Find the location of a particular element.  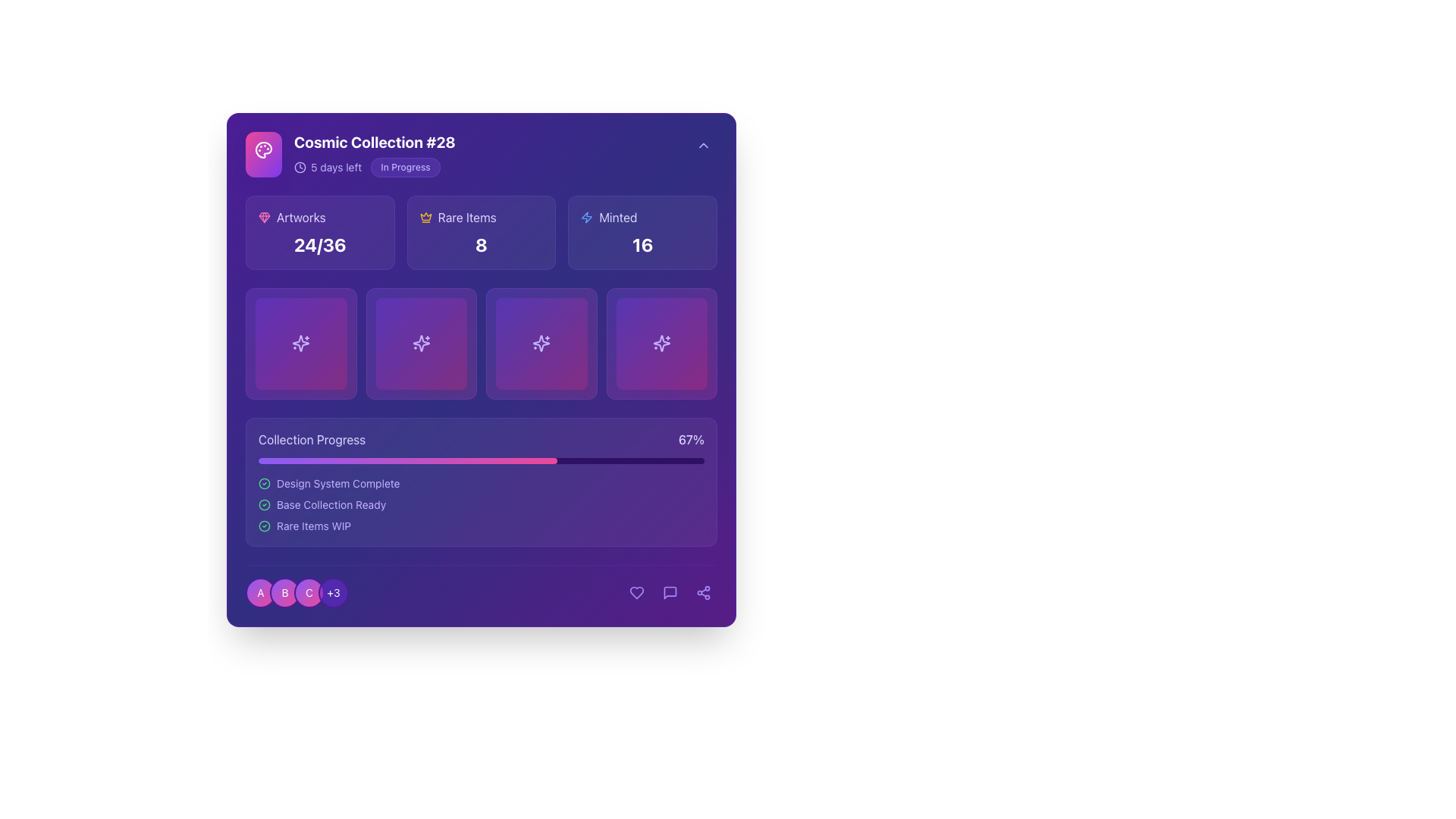

the interactive widget located in the second column of a grid of four elements, centered horizontally within its section is located at coordinates (421, 344).